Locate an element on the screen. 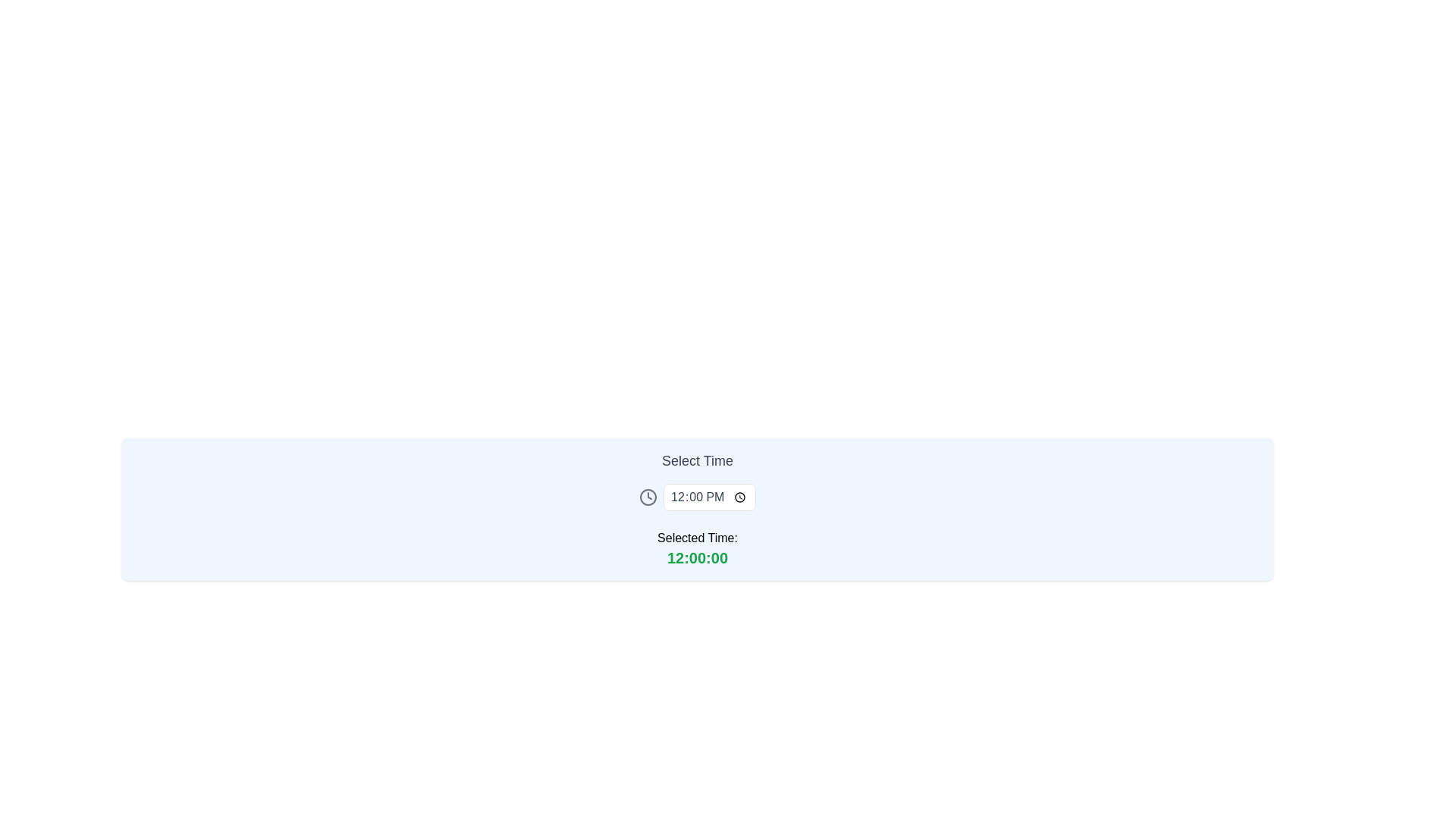  the bordered rectangular Time input field displaying '12:00 PM' is located at coordinates (709, 497).